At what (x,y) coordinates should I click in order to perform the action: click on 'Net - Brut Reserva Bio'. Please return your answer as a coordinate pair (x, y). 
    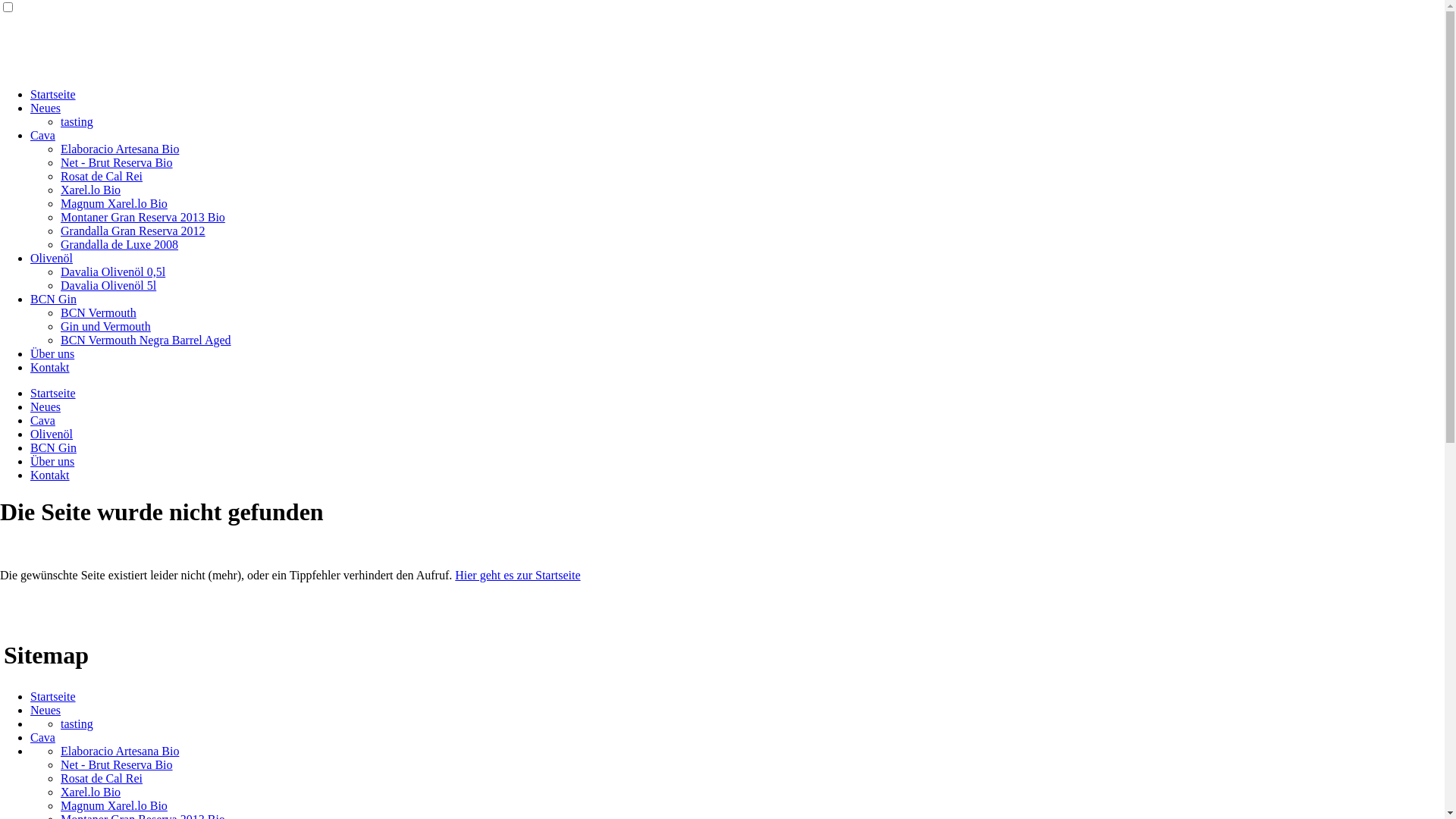
    Looking at the image, I should click on (61, 764).